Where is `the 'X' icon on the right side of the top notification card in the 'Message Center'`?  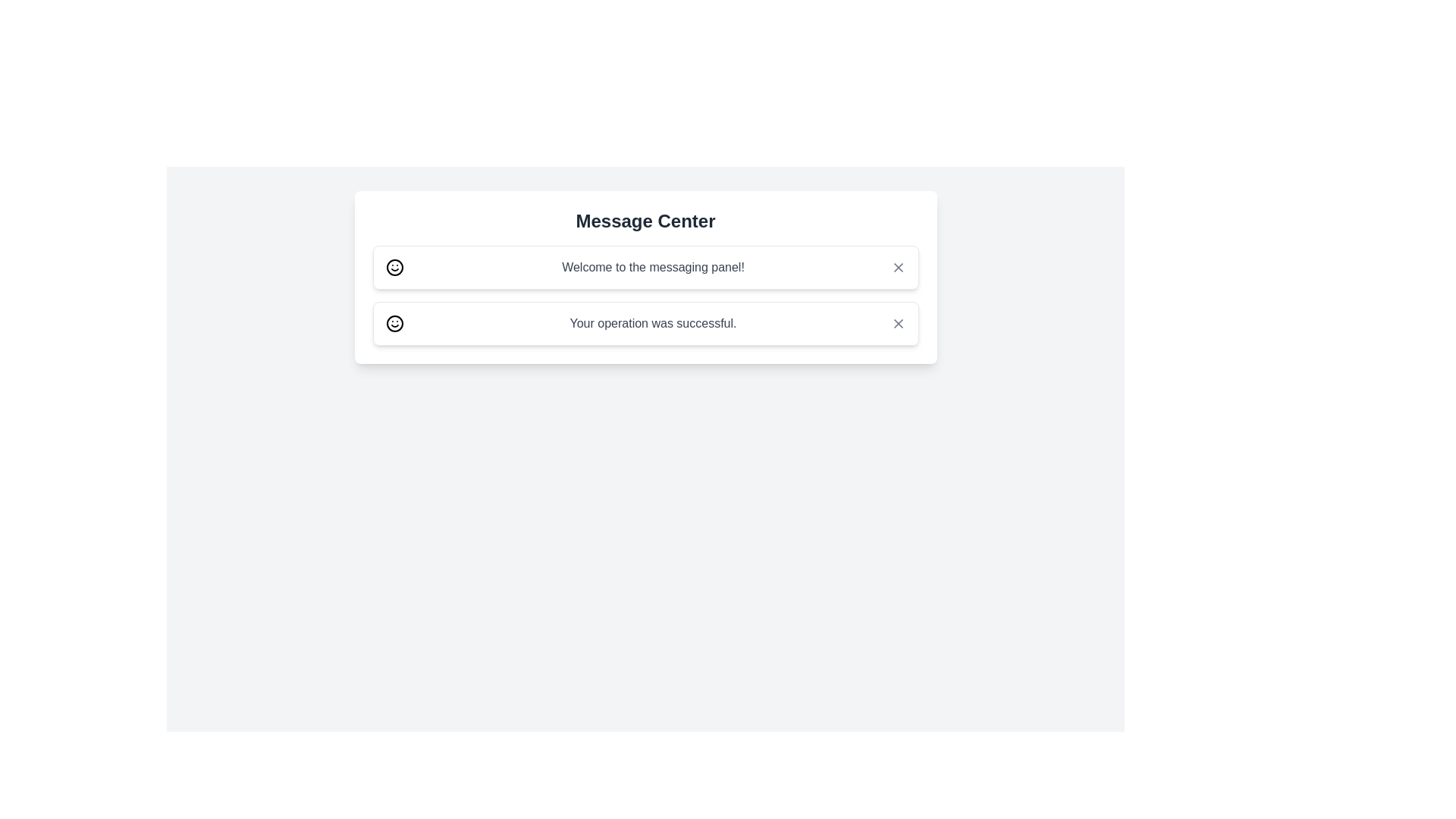 the 'X' icon on the right side of the top notification card in the 'Message Center' is located at coordinates (898, 267).